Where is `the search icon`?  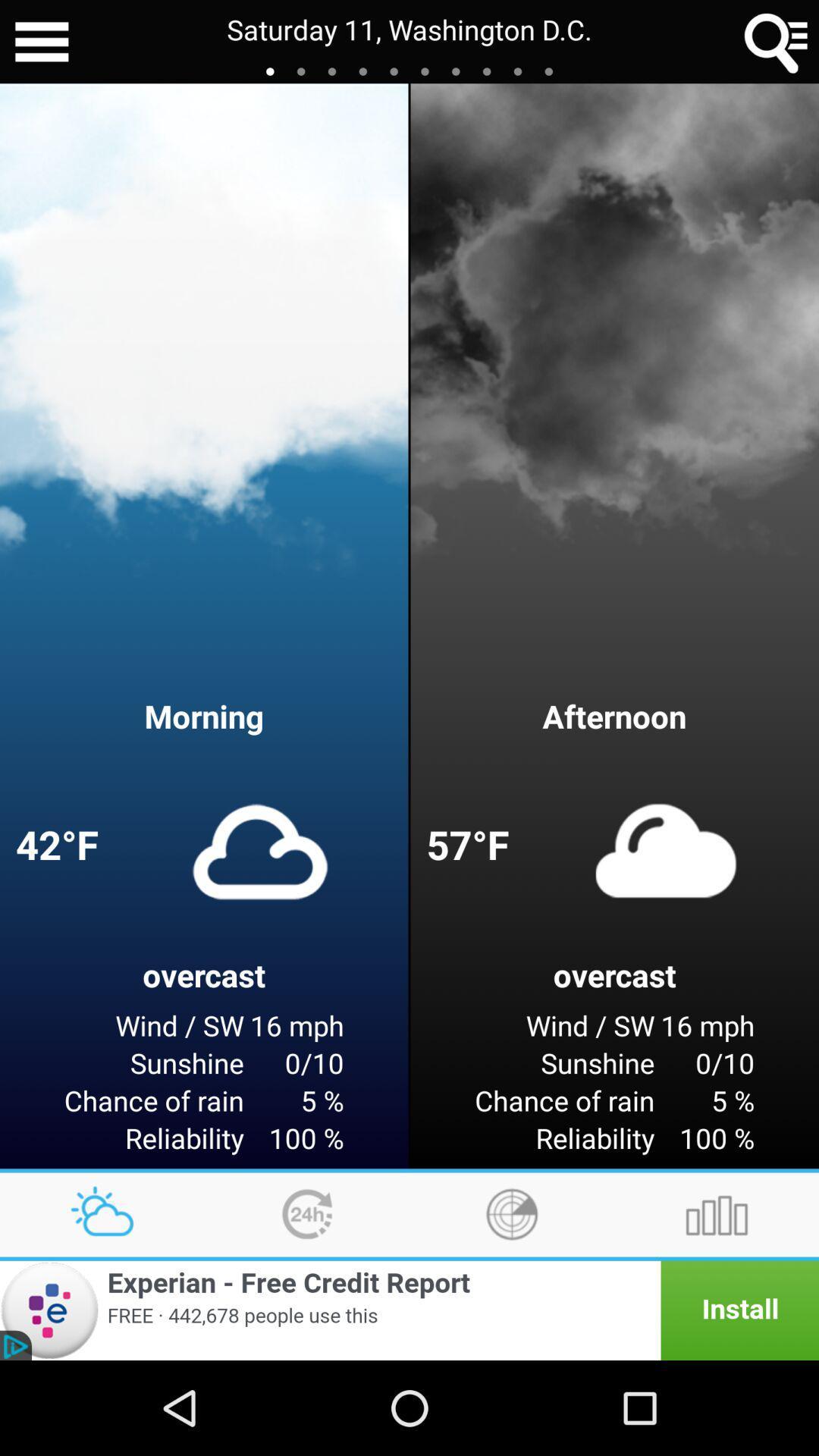
the search icon is located at coordinates (777, 44).